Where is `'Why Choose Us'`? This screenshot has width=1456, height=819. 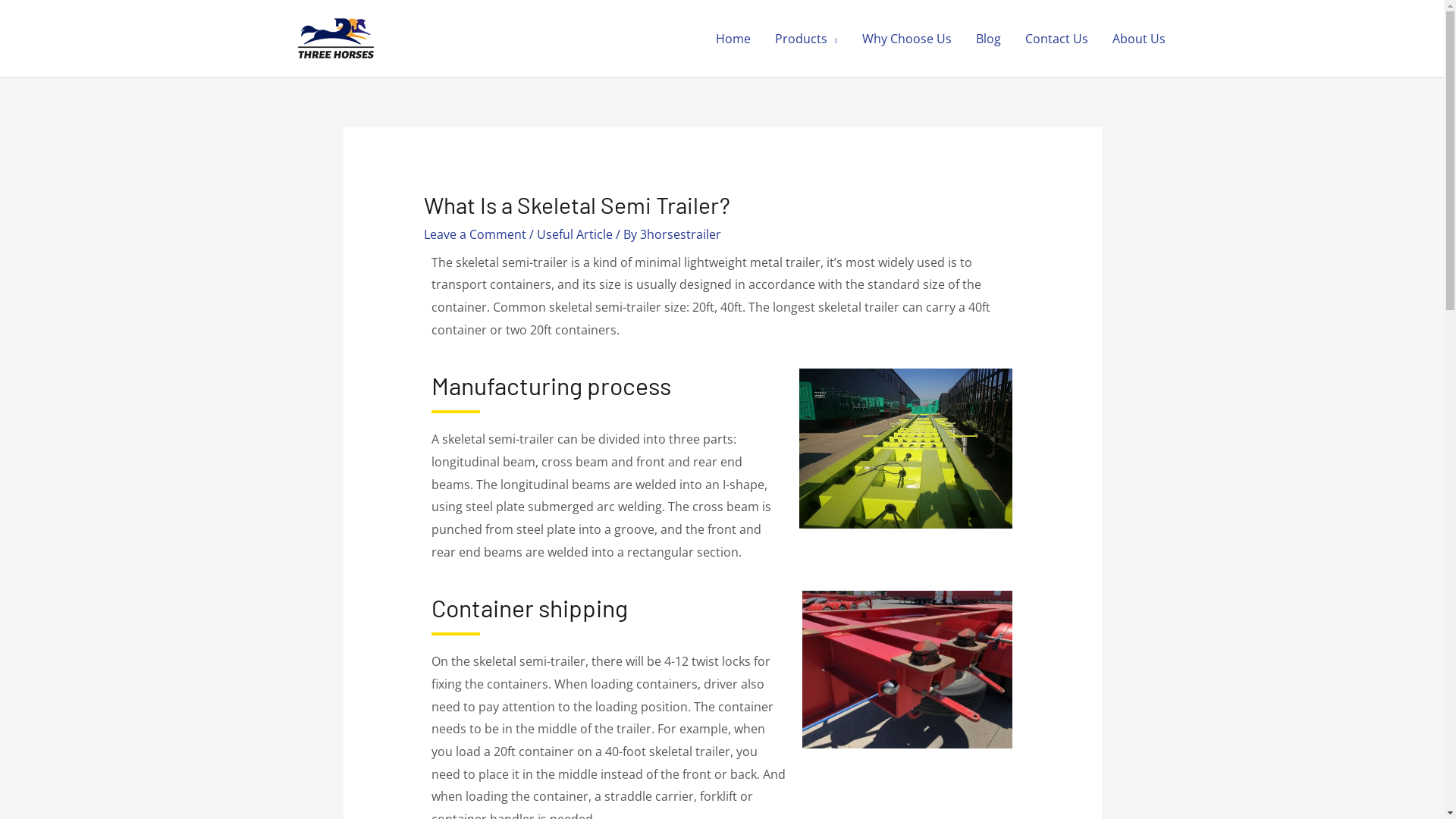
'Why Choose Us' is located at coordinates (848, 37).